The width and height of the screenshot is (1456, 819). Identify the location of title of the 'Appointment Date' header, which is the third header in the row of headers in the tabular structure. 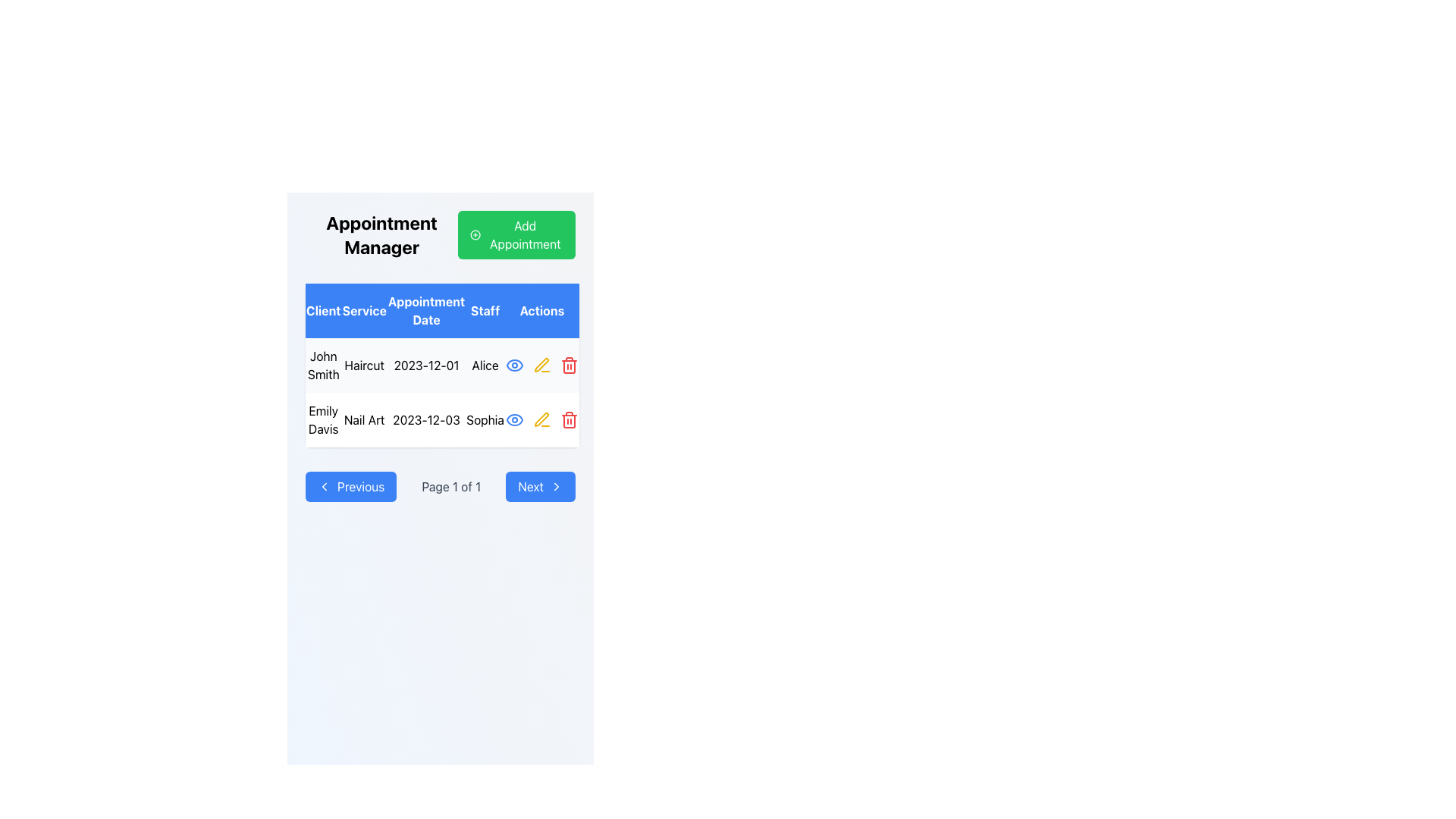
(425, 309).